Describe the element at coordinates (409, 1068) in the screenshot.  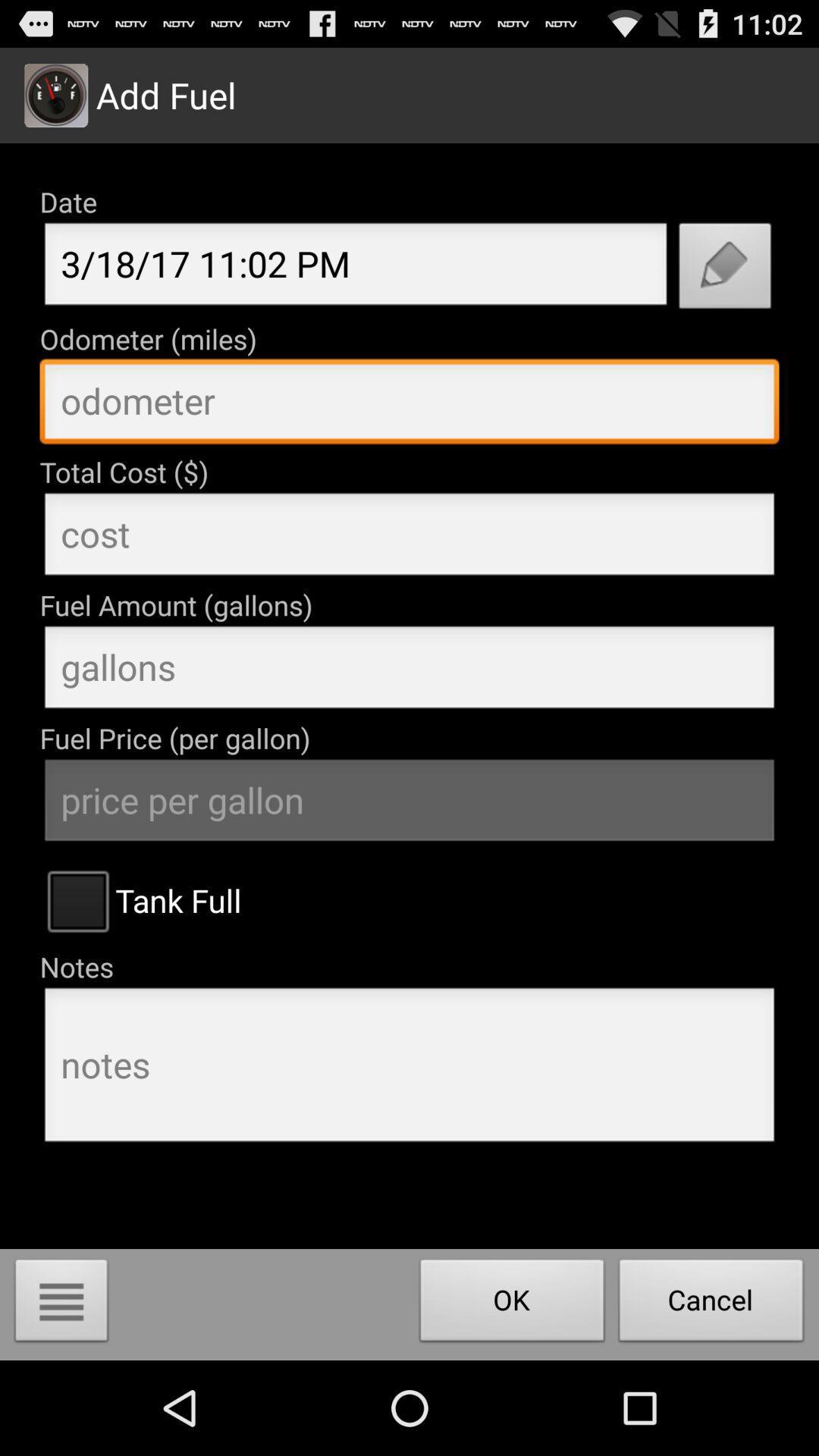
I see `this is a box to enter notes` at that location.